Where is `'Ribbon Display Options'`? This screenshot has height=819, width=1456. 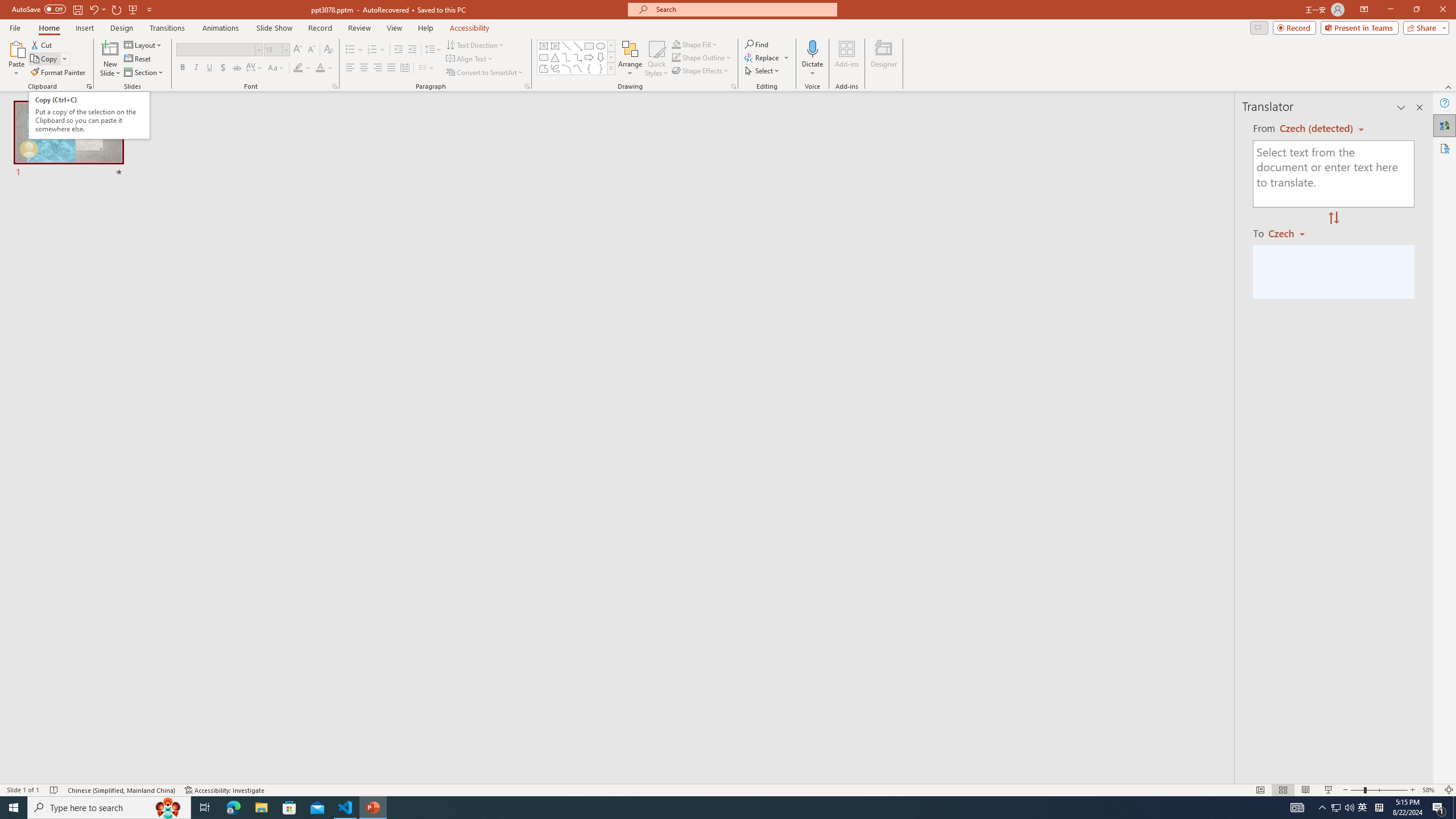
'Ribbon Display Options' is located at coordinates (1363, 9).